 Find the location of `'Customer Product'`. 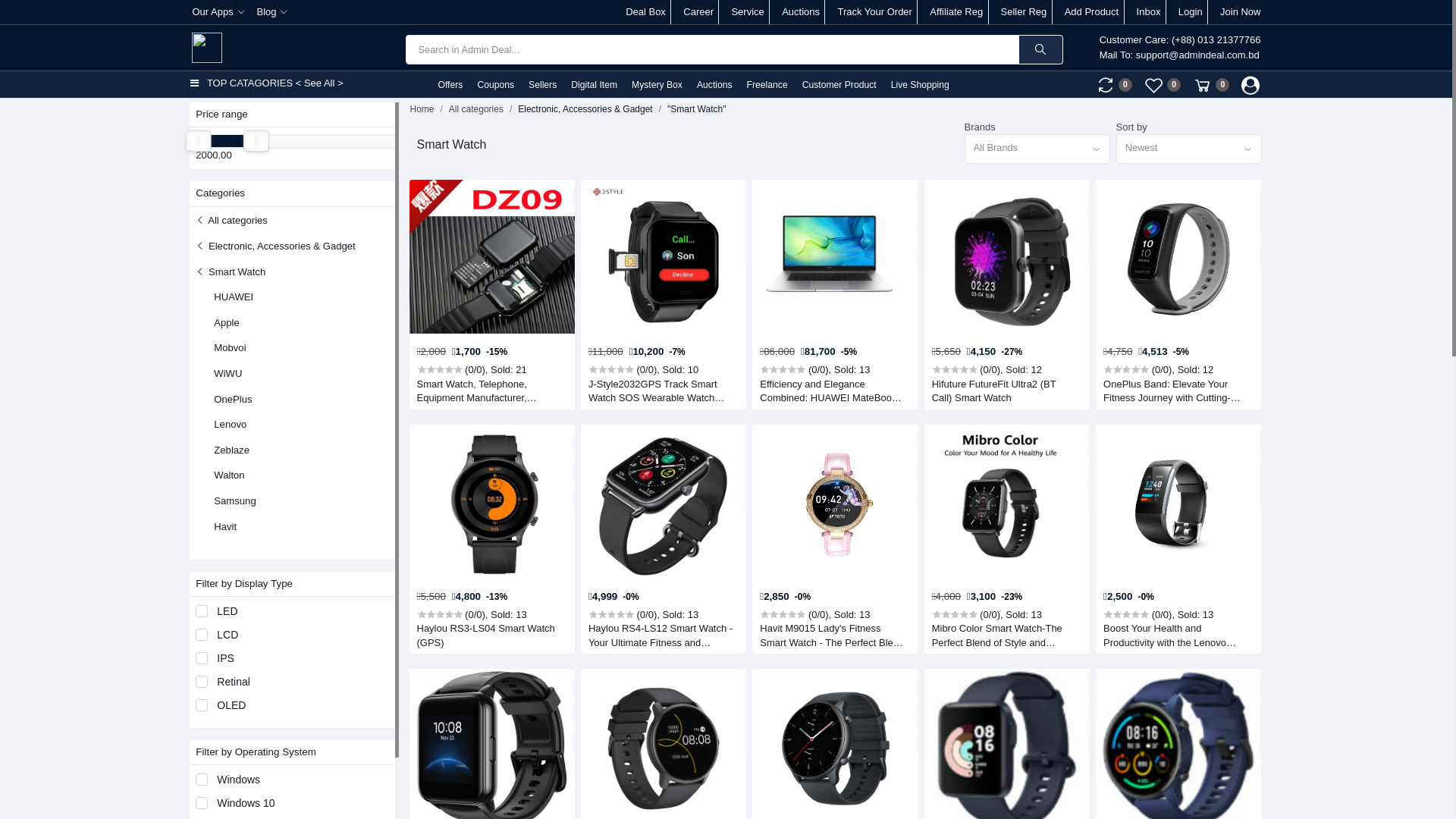

'Customer Product' is located at coordinates (837, 84).